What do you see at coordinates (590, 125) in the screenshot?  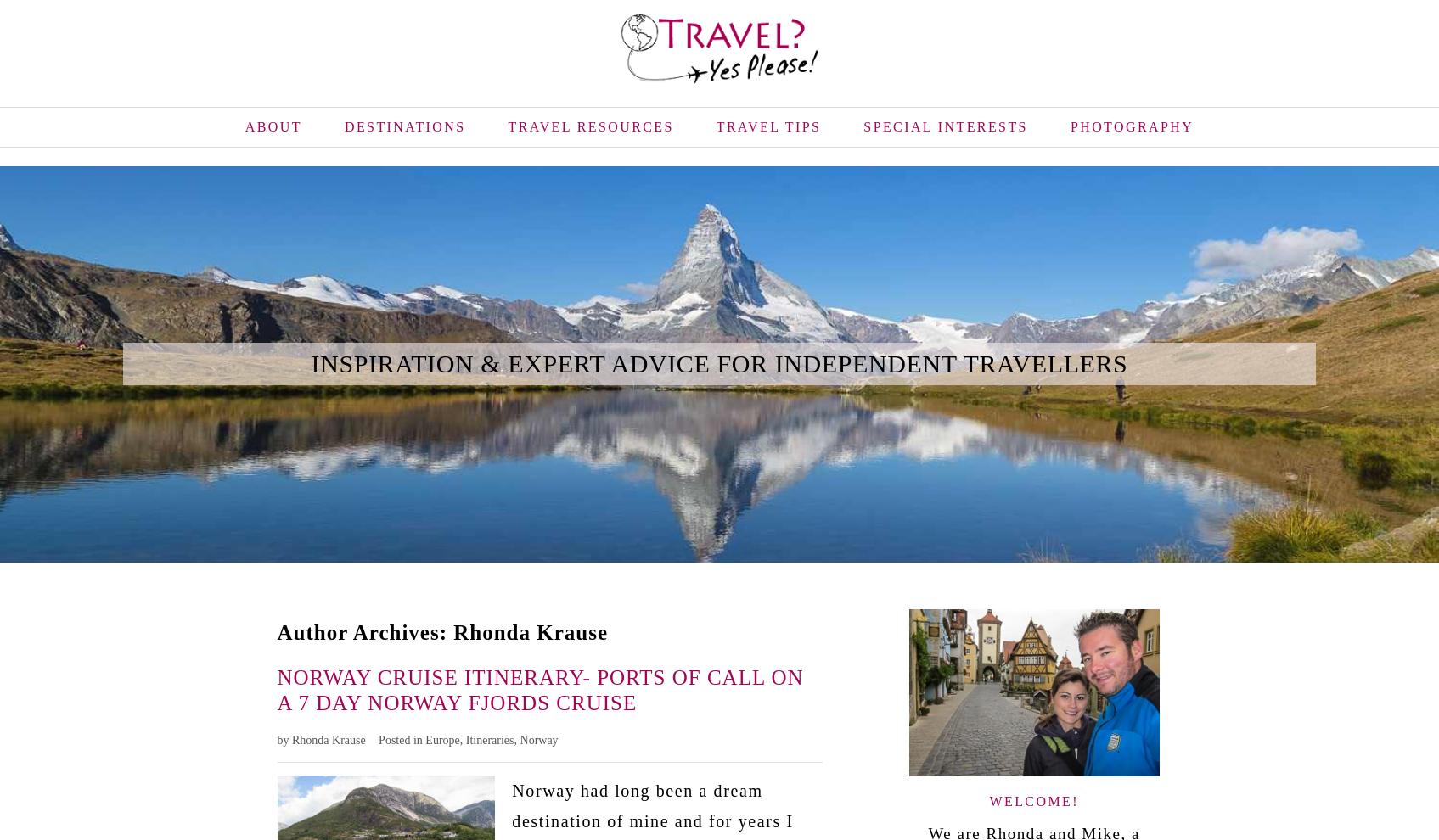 I see `'Travel Resources'` at bounding box center [590, 125].